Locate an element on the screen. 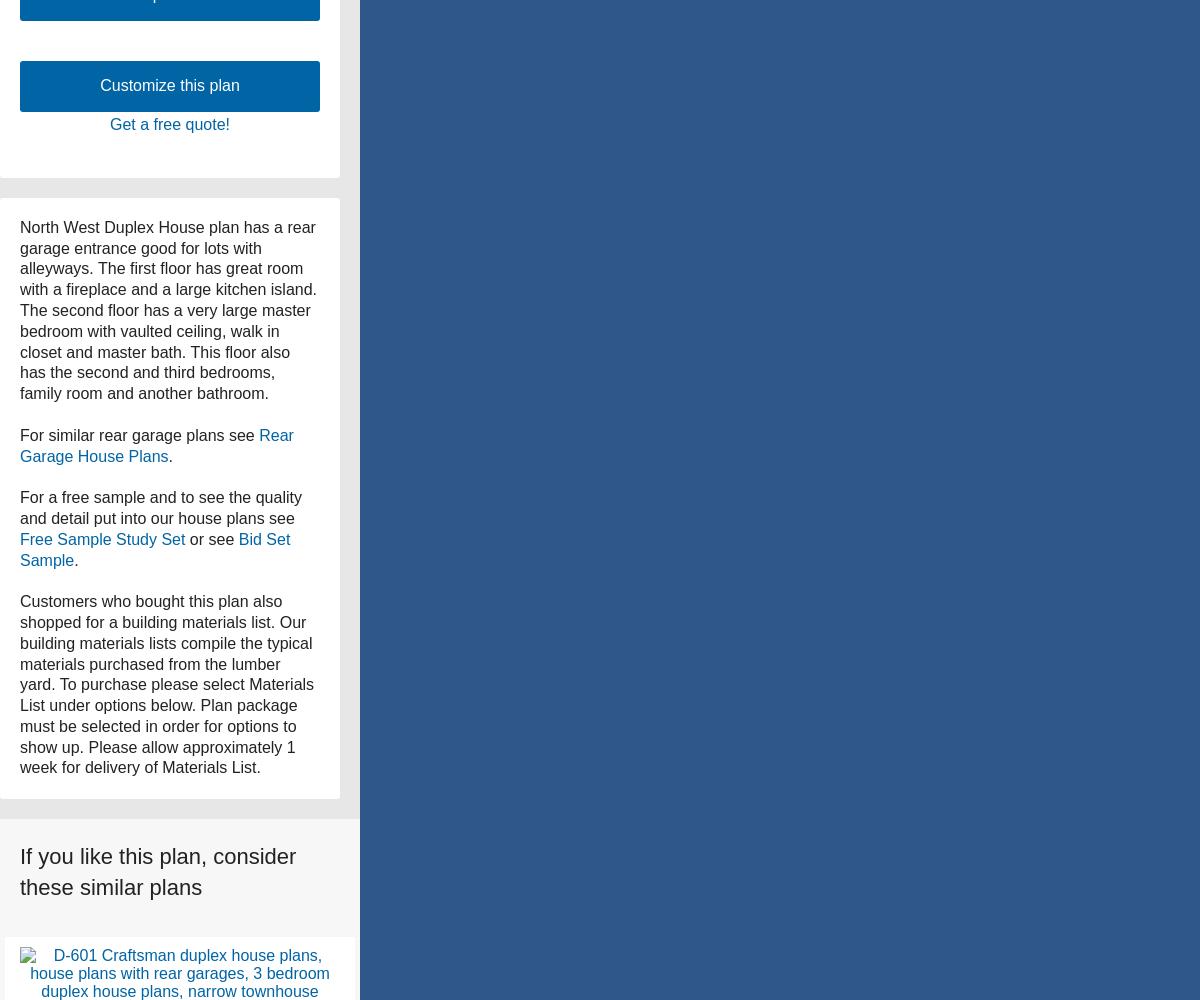 Image resolution: width=1200 pixels, height=1000 pixels. 'Rear Garage House Plans' is located at coordinates (20, 444).